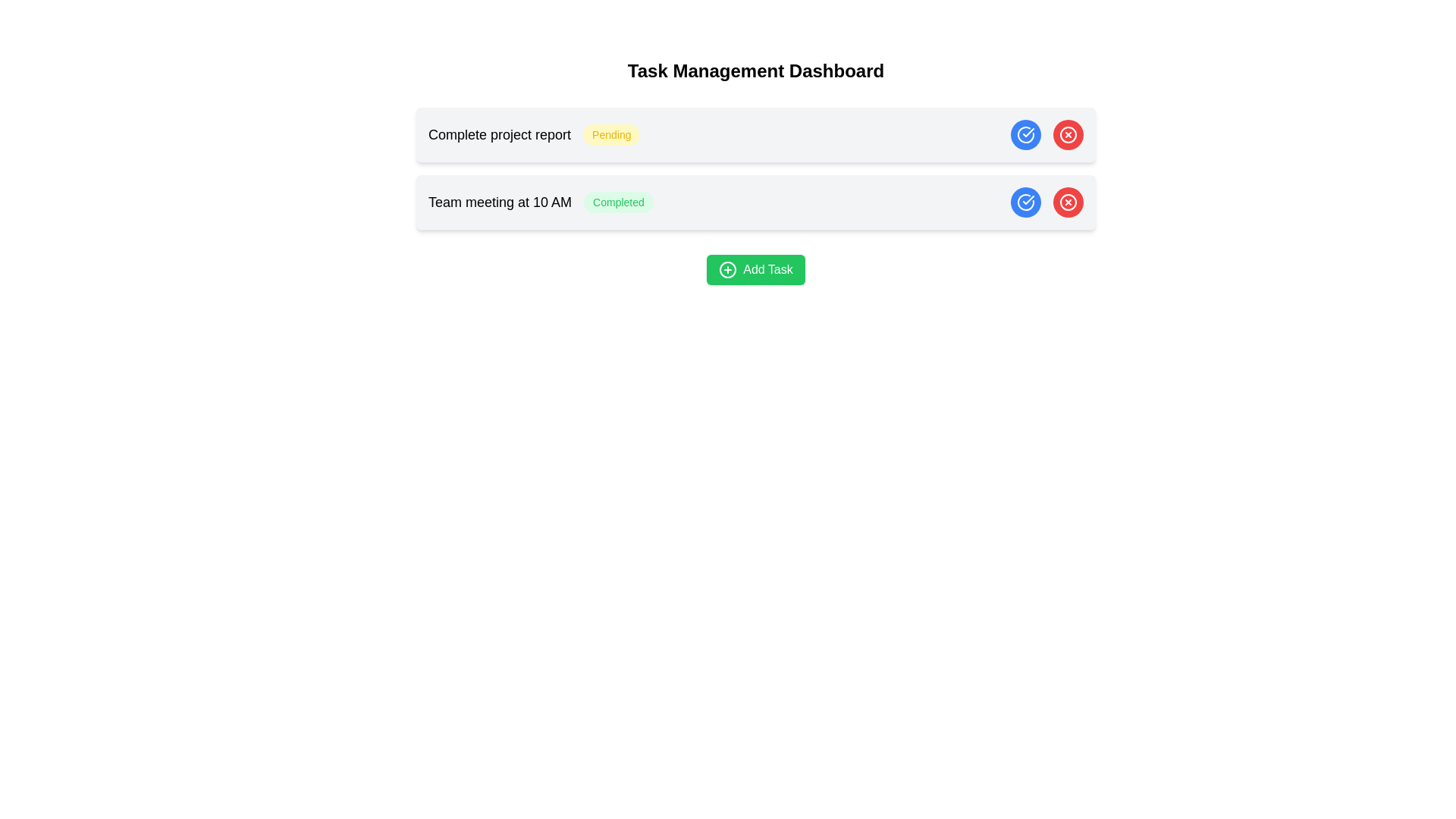 The width and height of the screenshot is (1456, 819). I want to click on the action button within the Dashboard panel that allows interaction with task items, located centrally below the 'Task Management Dashboard' title, so click(756, 171).